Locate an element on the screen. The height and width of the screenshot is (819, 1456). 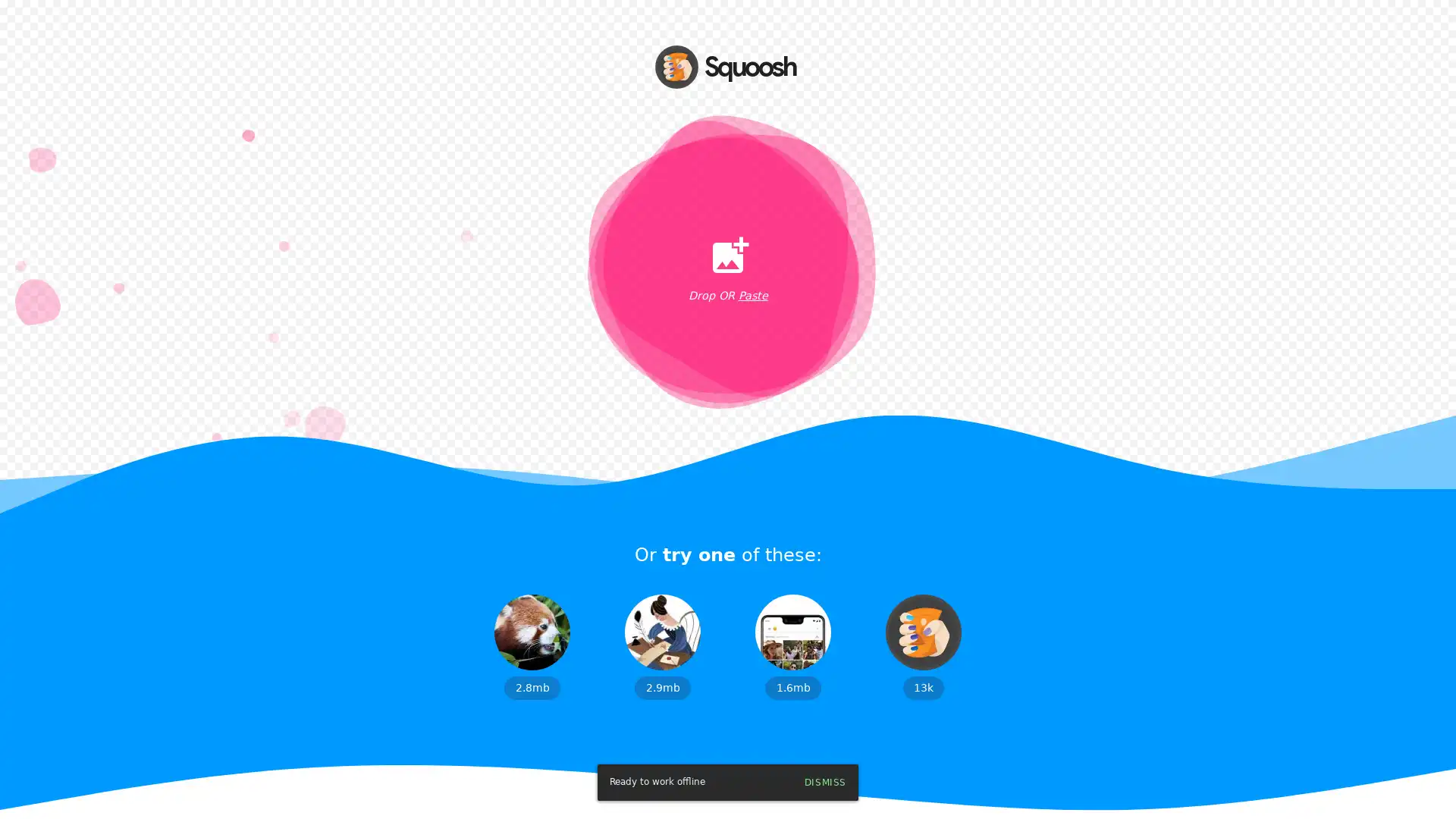
Large photo 2.8mb is located at coordinates (532, 646).